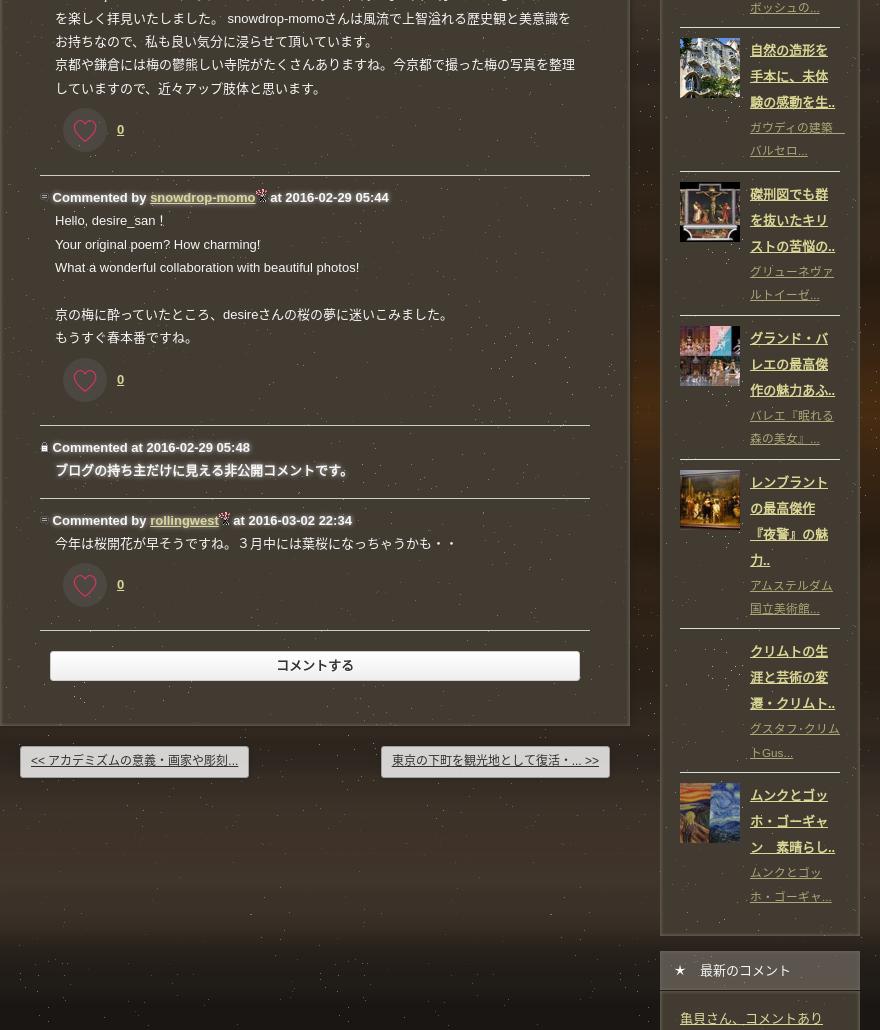  I want to click on 'snowdrop-momo', so click(149, 197).